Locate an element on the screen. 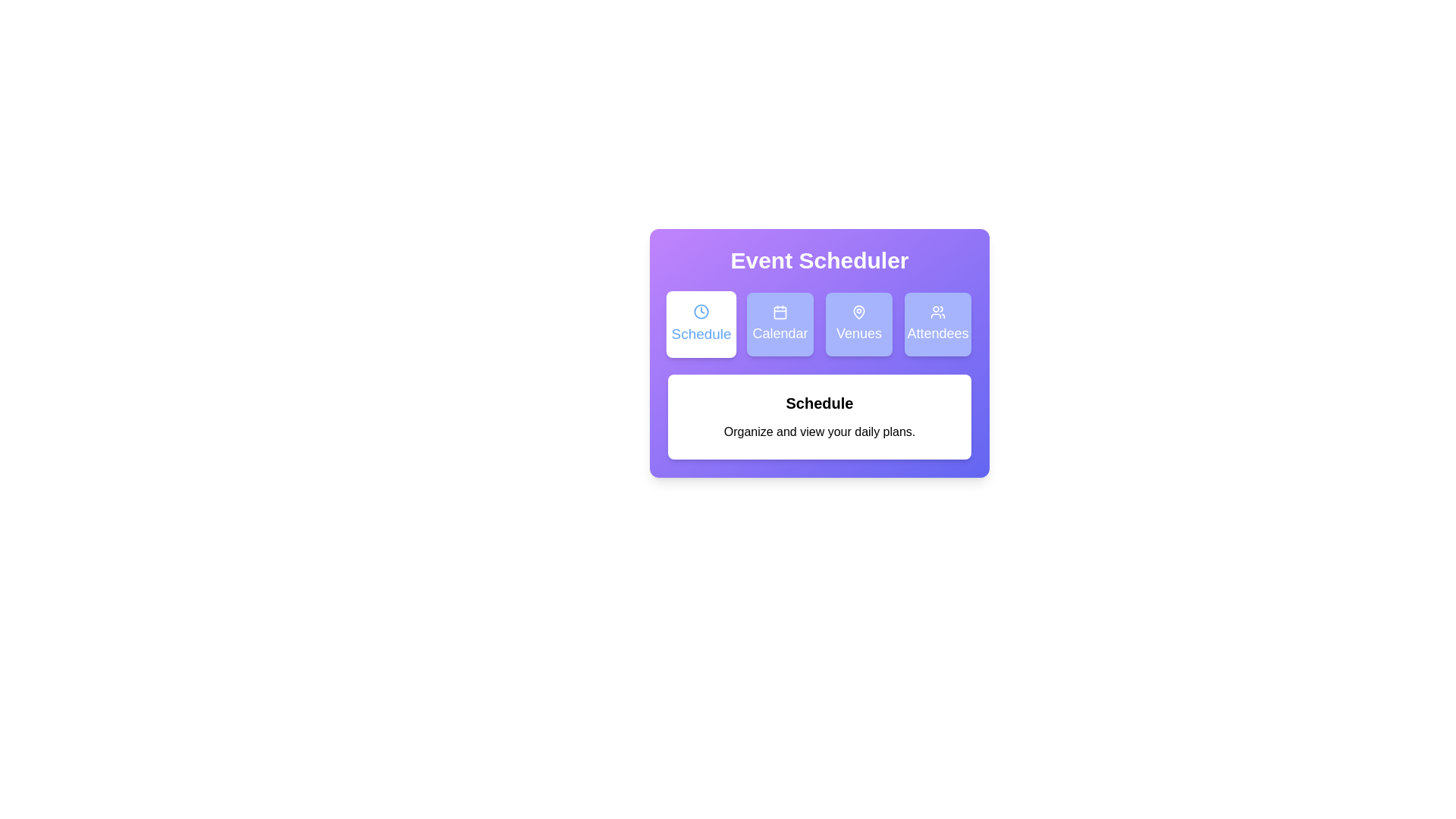 The height and width of the screenshot is (819, 1456). the Attendees tab by clicking on its corresponding button is located at coordinates (937, 324).